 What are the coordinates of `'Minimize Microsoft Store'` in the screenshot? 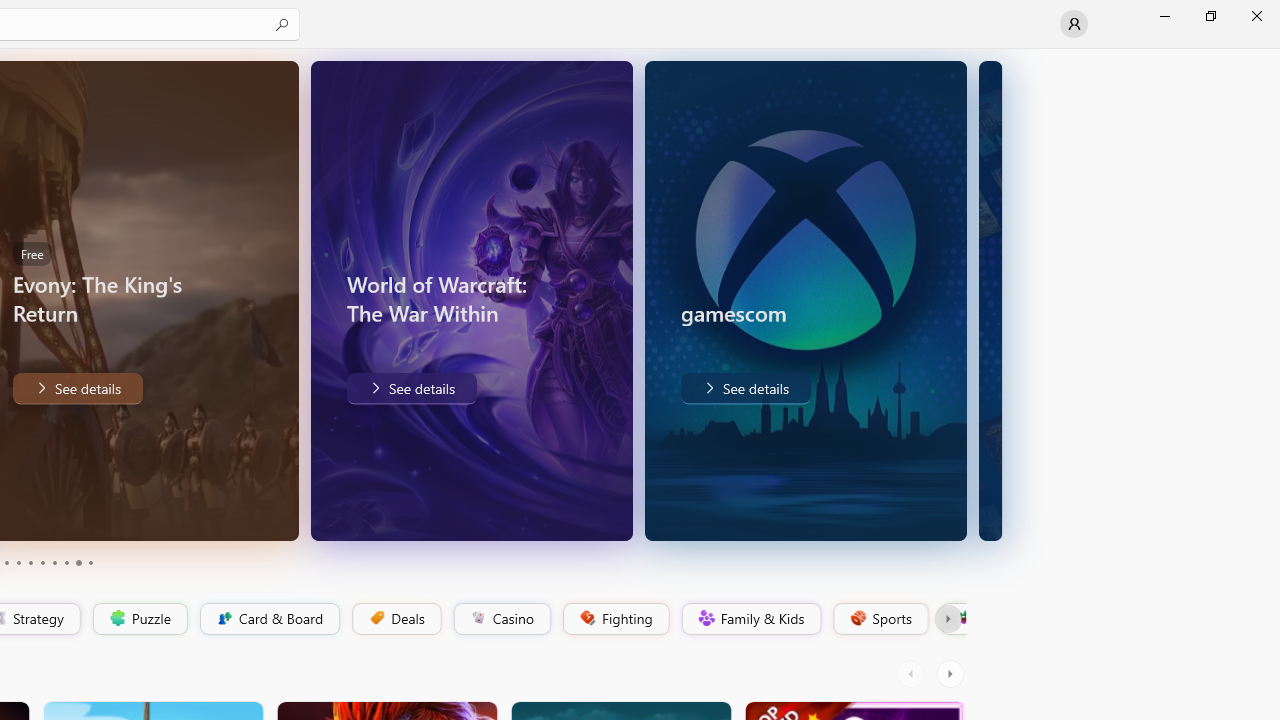 It's located at (1164, 15).